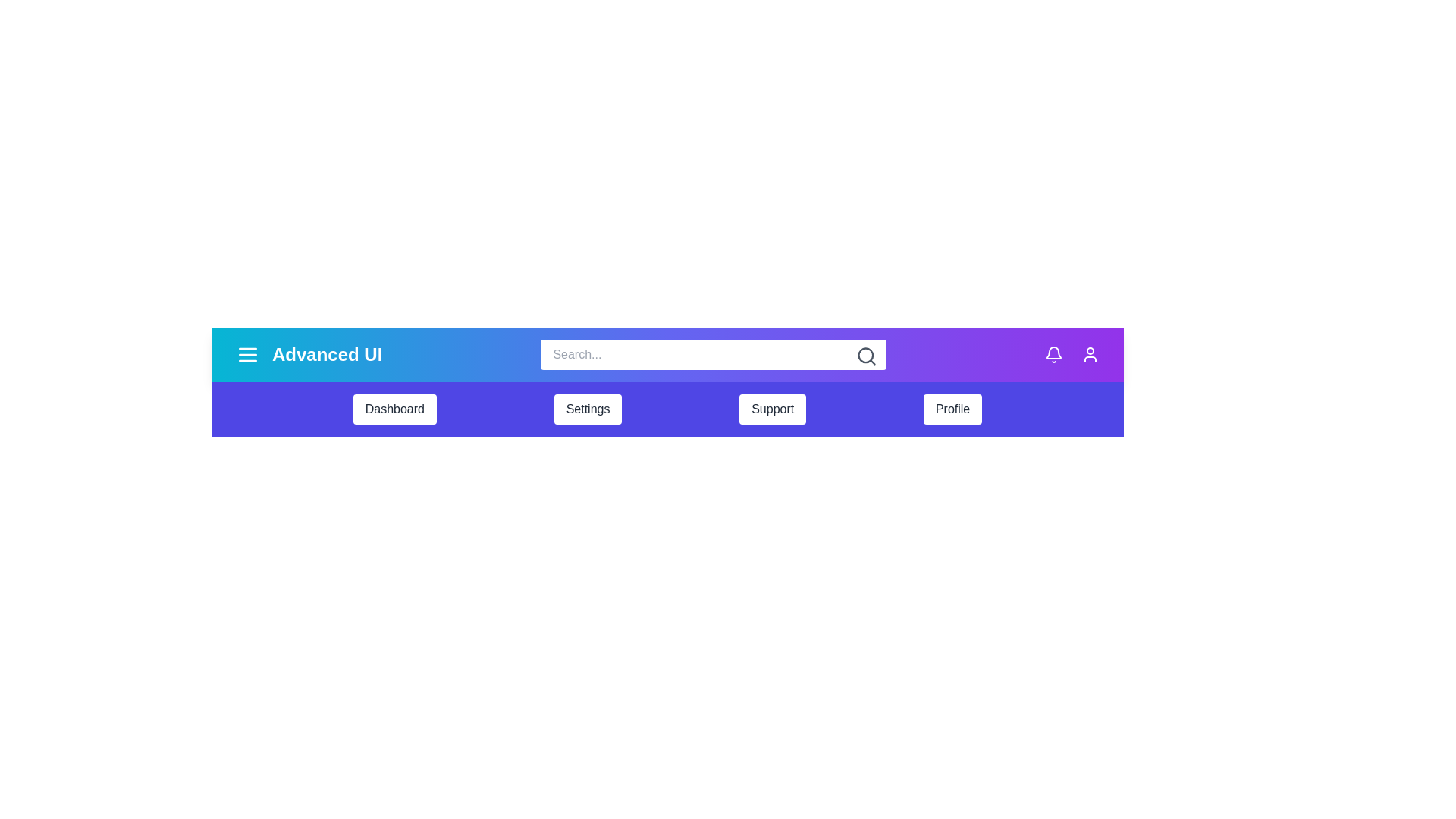 The image size is (1456, 819). What do you see at coordinates (1090, 354) in the screenshot?
I see `the user icon to access user profile settings` at bounding box center [1090, 354].